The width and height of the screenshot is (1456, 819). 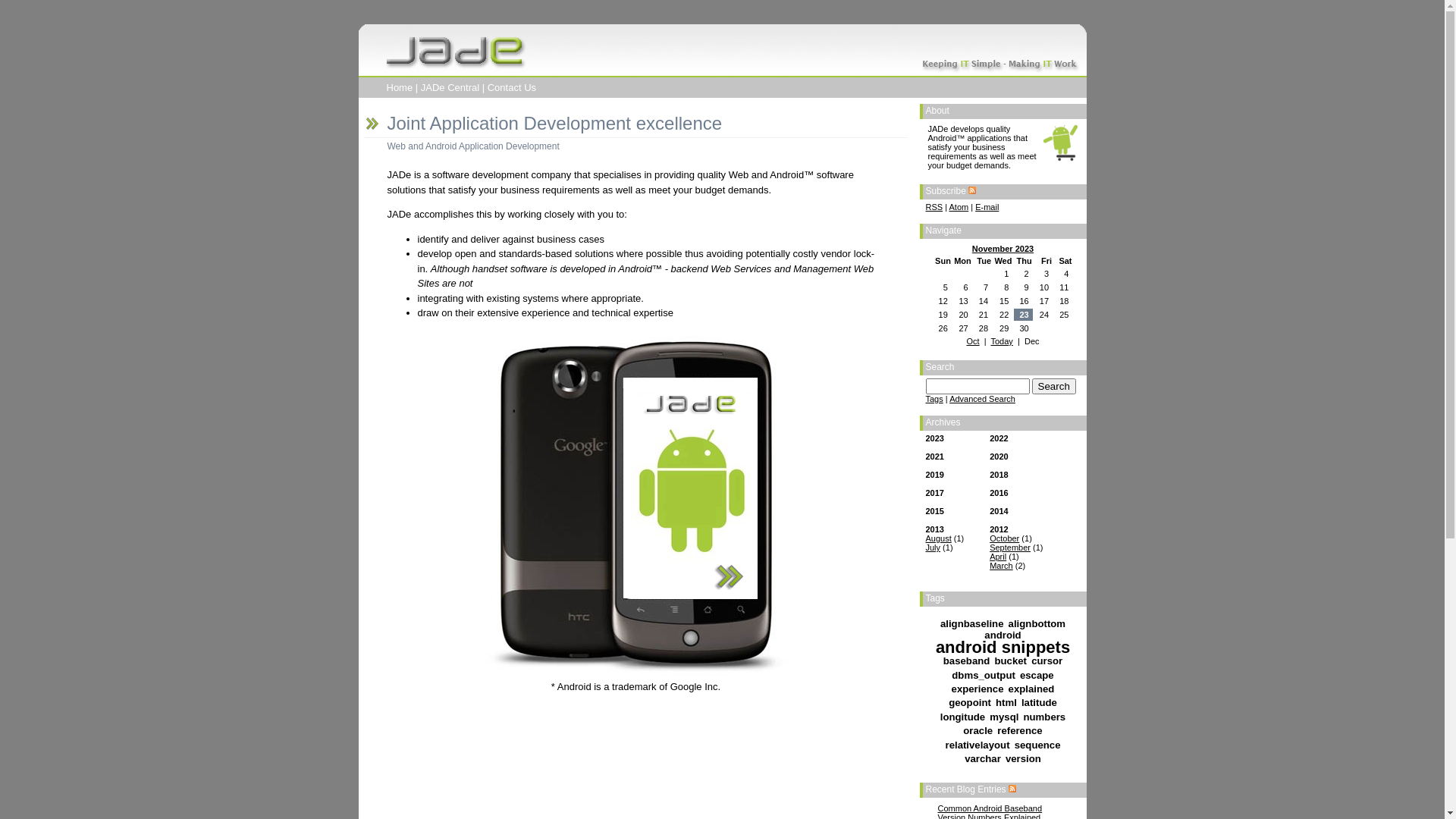 What do you see at coordinates (1031, 660) in the screenshot?
I see `'cursor'` at bounding box center [1031, 660].